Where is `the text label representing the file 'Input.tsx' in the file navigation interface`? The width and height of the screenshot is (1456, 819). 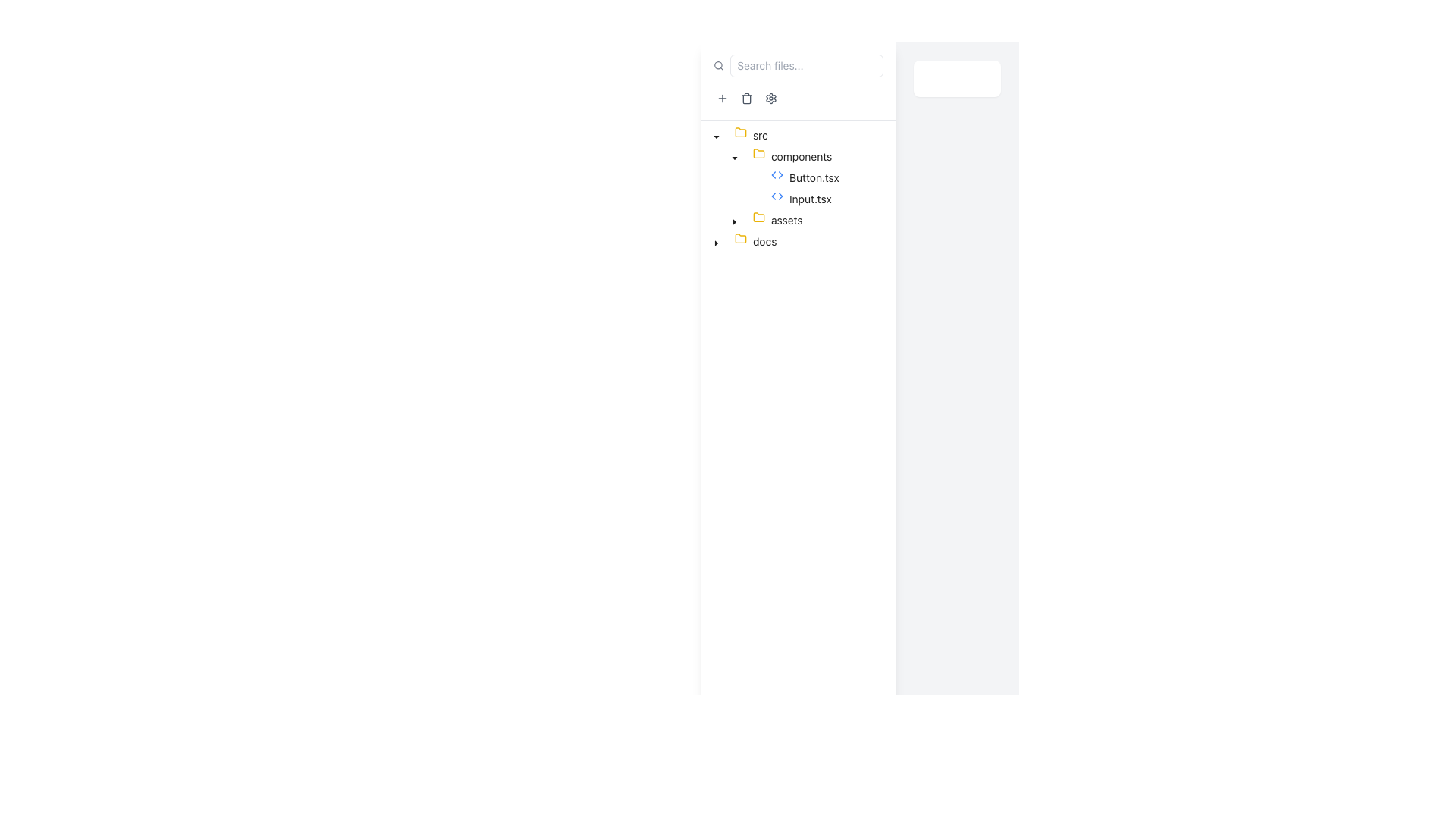 the text label representing the file 'Input.tsx' in the file navigation interface is located at coordinates (809, 198).